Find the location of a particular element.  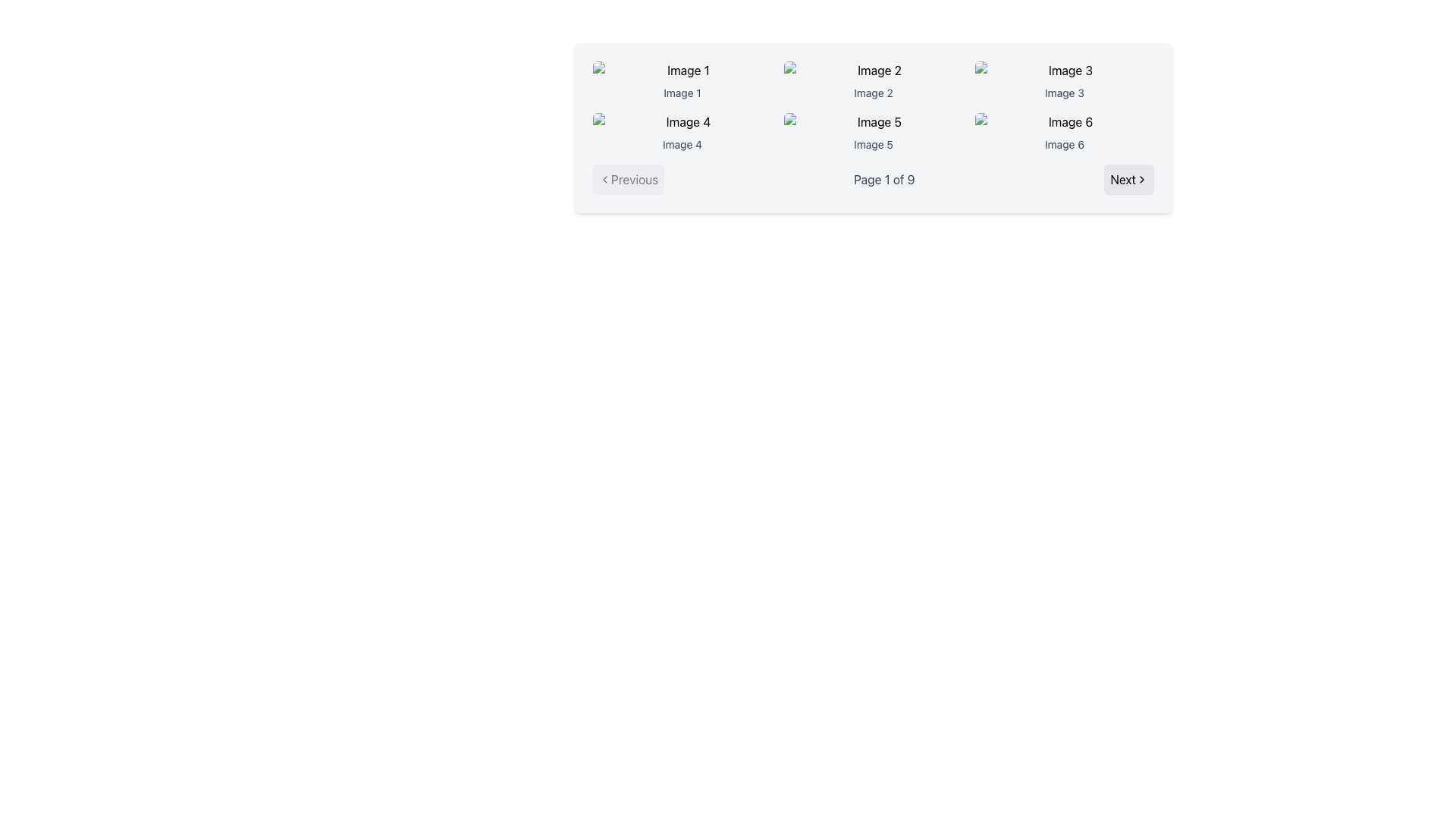

the image placeholder with a light gray background and a generic image icon, located above the caption 'Image 1' is located at coordinates (682, 70).